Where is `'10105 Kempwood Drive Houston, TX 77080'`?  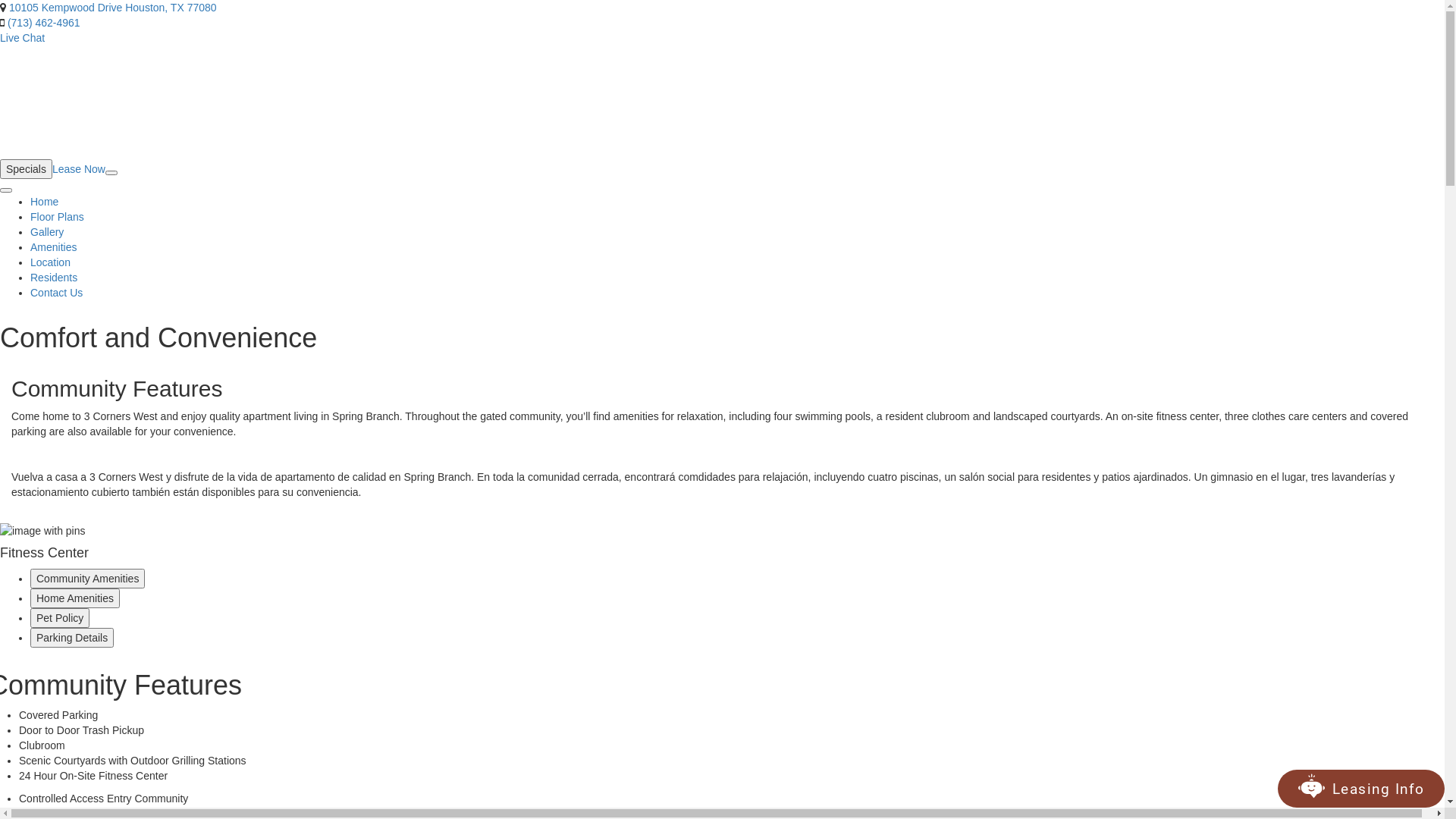
'10105 Kempwood Drive Houston, TX 77080' is located at coordinates (9, 8).